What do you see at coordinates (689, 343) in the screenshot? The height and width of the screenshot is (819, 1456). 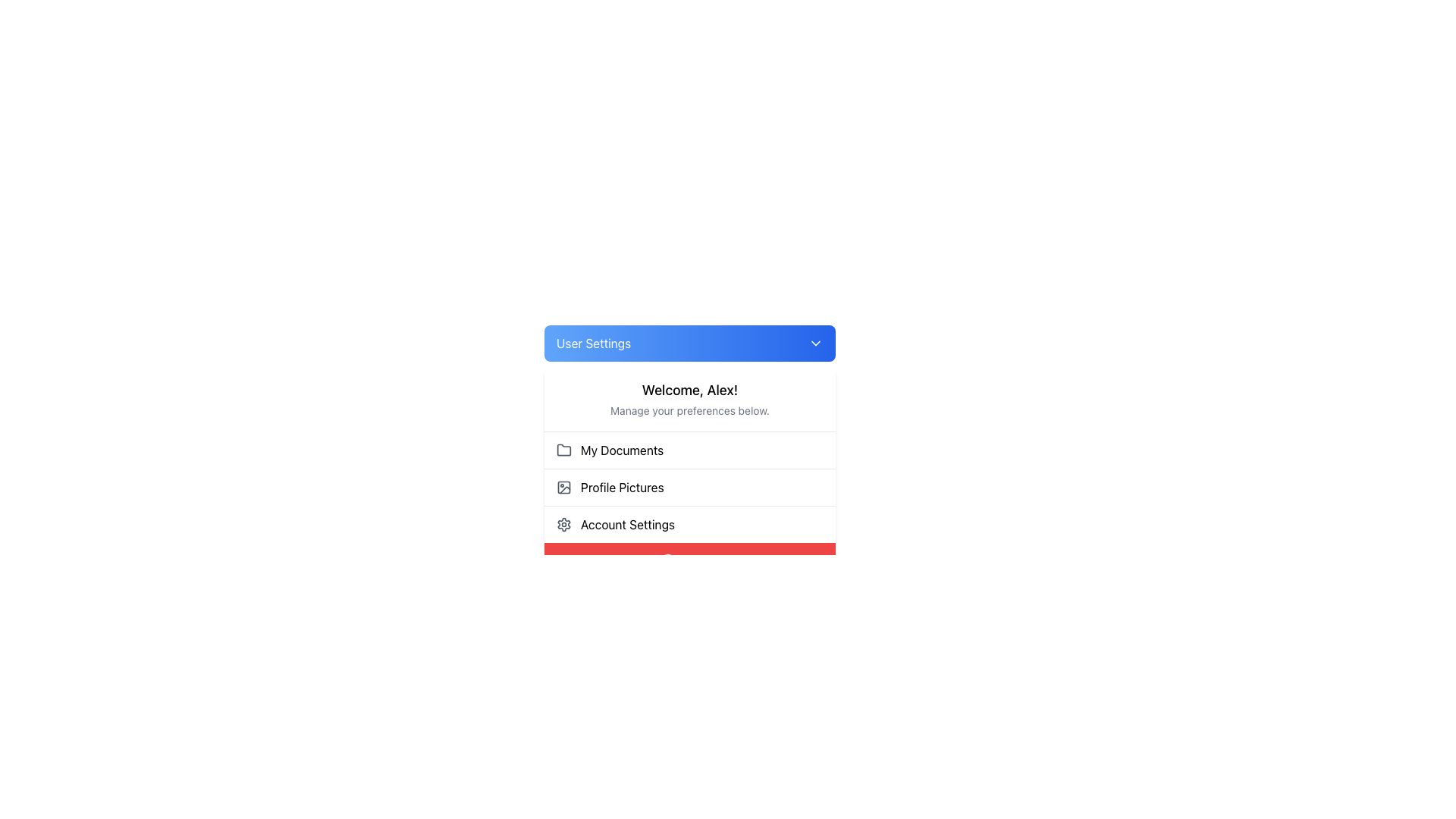 I see `the dropdown button located at the top of the centered card-like interface to access user settings for accessibility interactions` at bounding box center [689, 343].